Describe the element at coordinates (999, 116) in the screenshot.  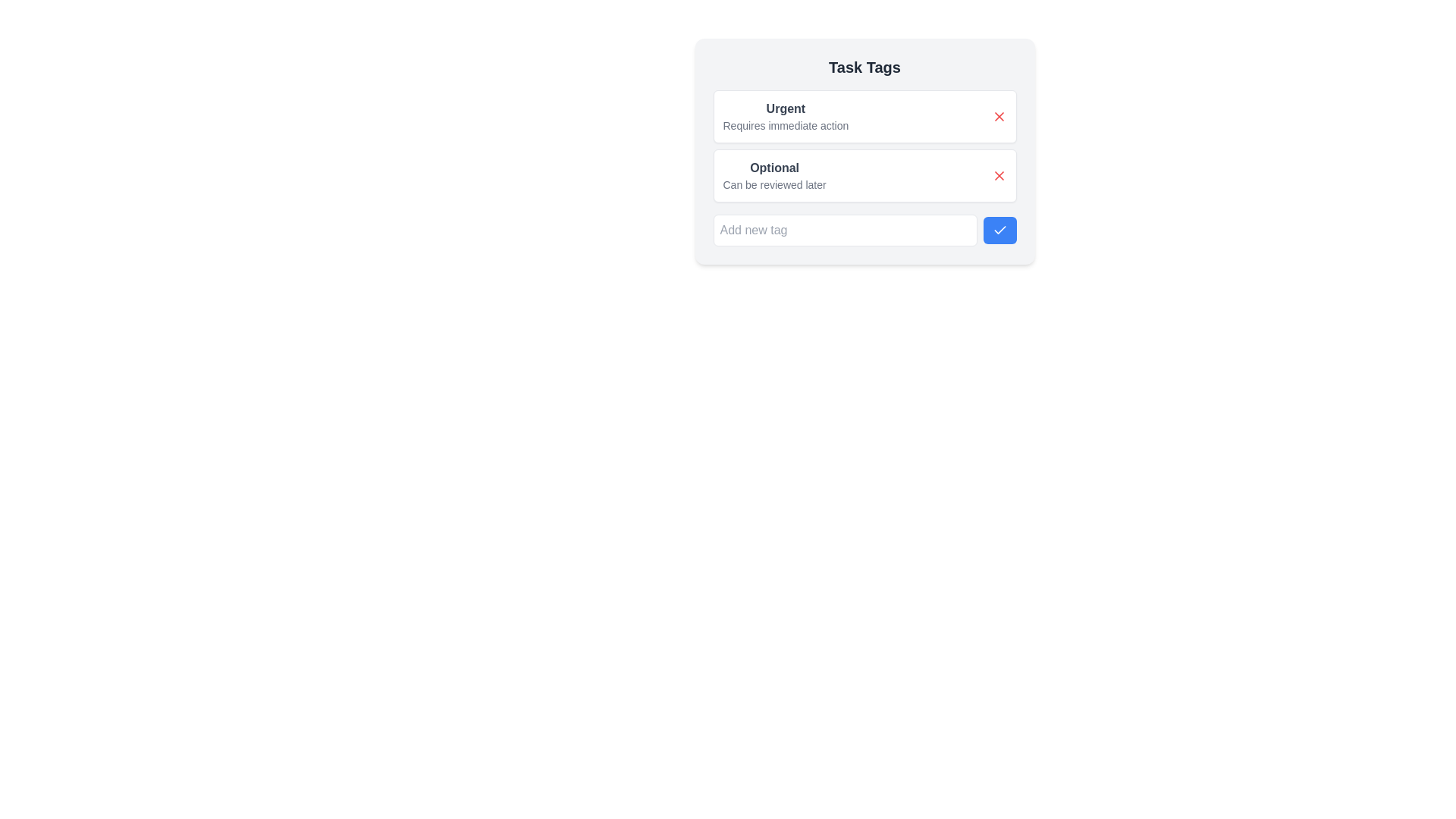
I see `the close button represented by an 'X' icon` at that location.